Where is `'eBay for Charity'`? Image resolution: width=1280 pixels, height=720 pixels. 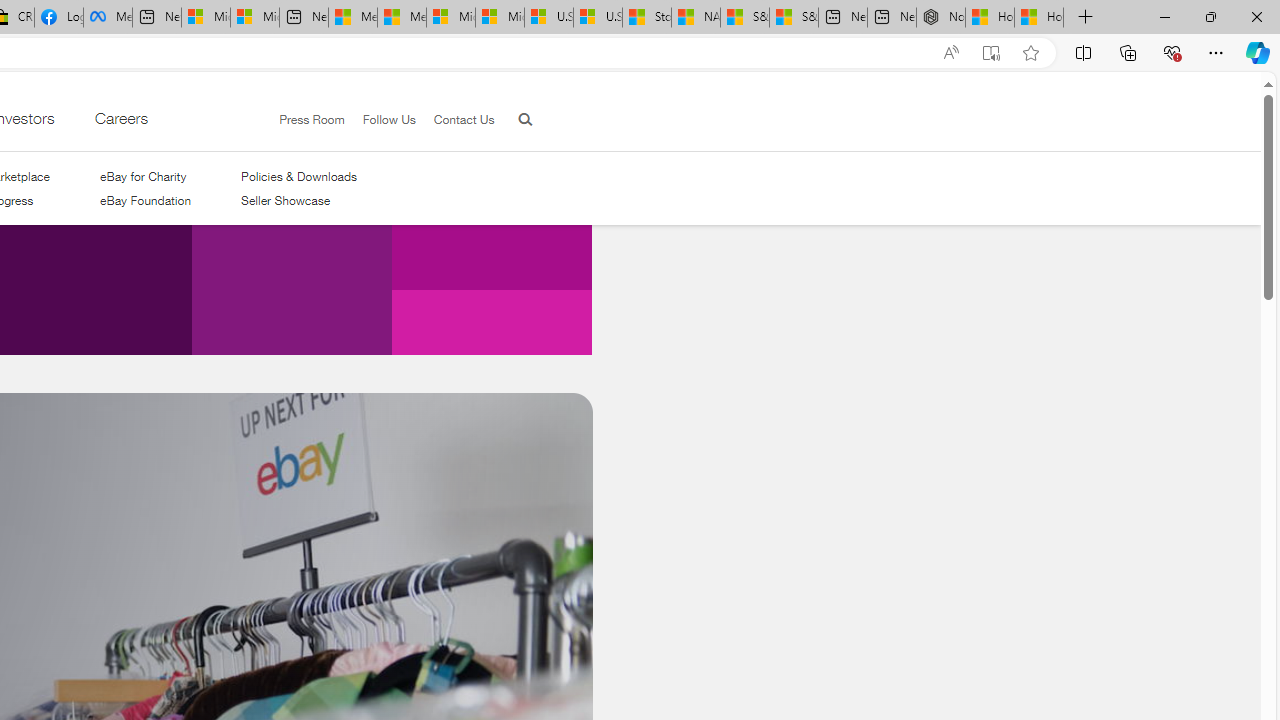
'eBay for Charity' is located at coordinates (141, 175).